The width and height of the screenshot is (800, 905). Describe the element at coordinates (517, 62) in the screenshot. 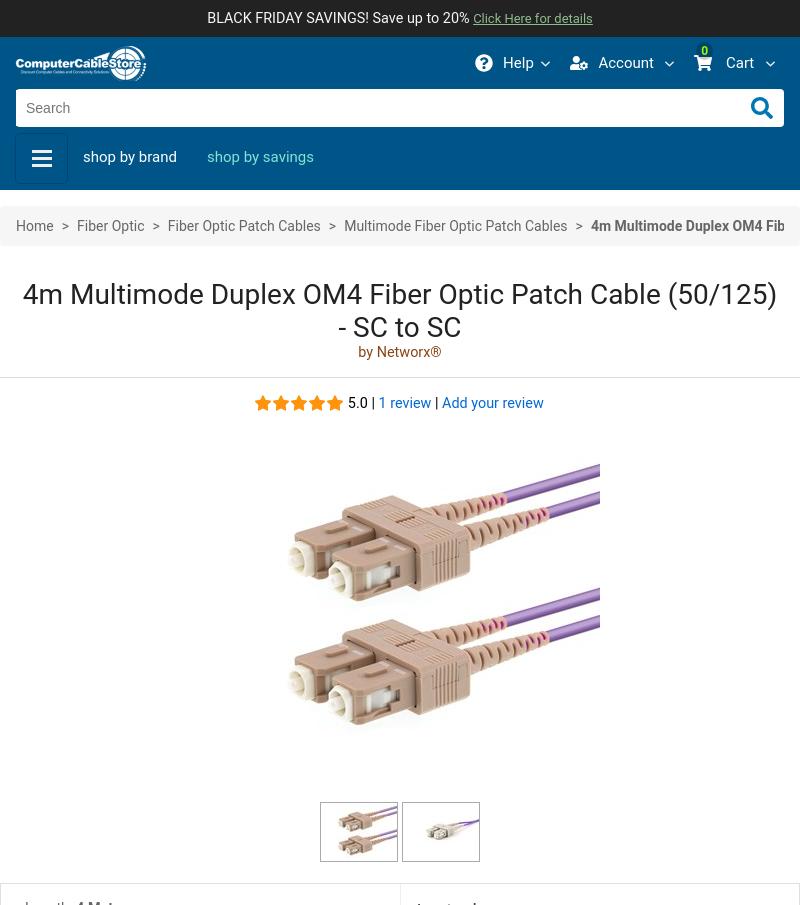

I see `'Help'` at that location.